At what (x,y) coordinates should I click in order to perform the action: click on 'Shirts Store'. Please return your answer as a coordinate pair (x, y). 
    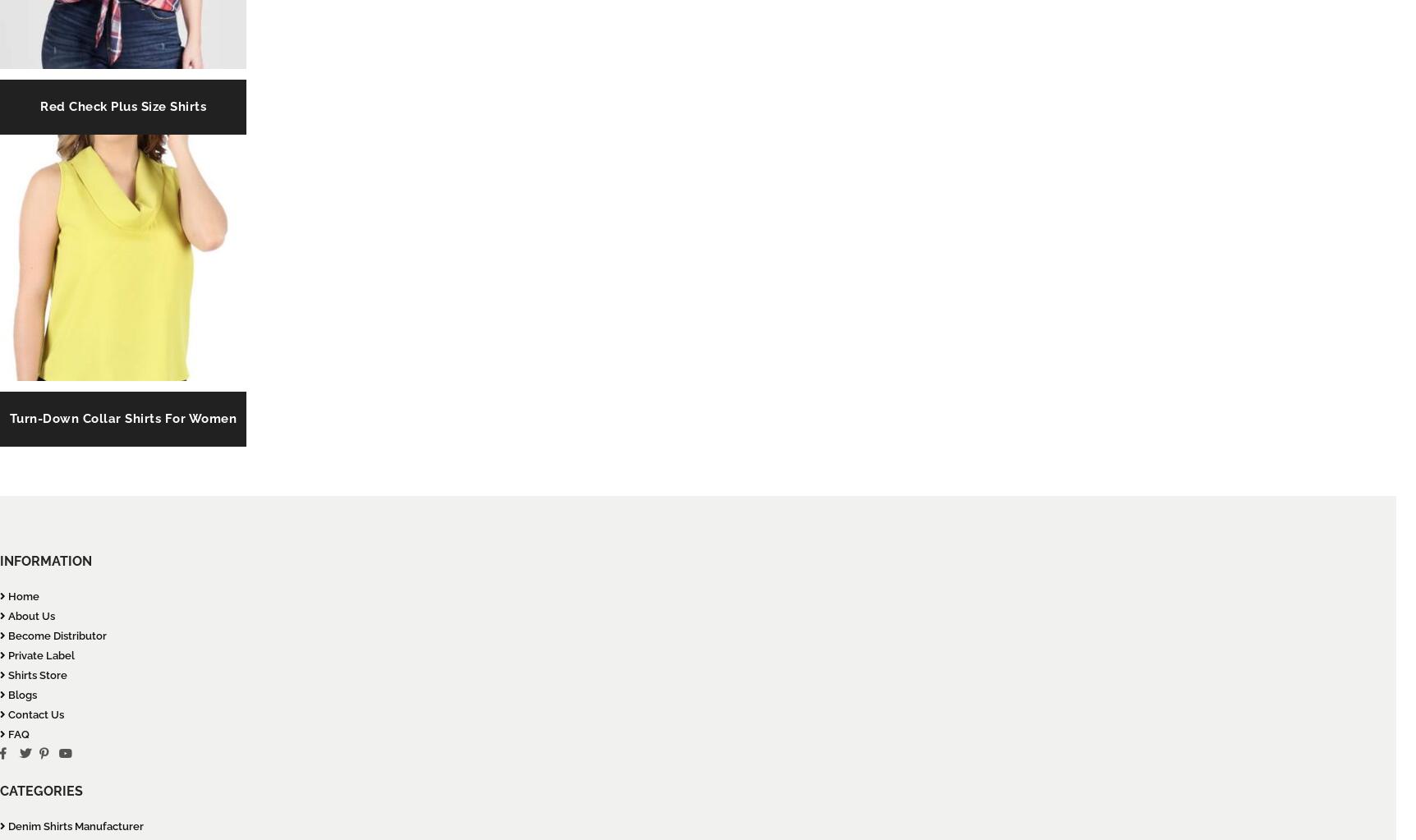
    Looking at the image, I should click on (36, 675).